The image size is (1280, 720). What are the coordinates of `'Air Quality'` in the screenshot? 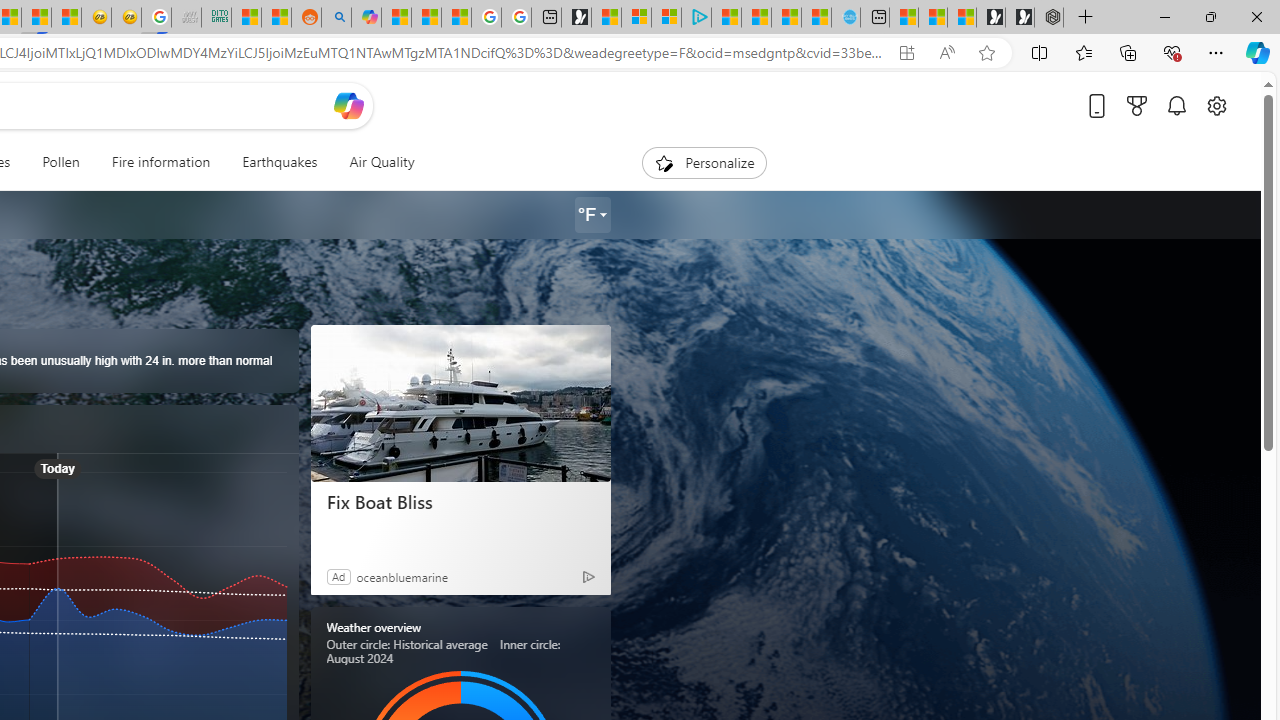 It's located at (373, 162).